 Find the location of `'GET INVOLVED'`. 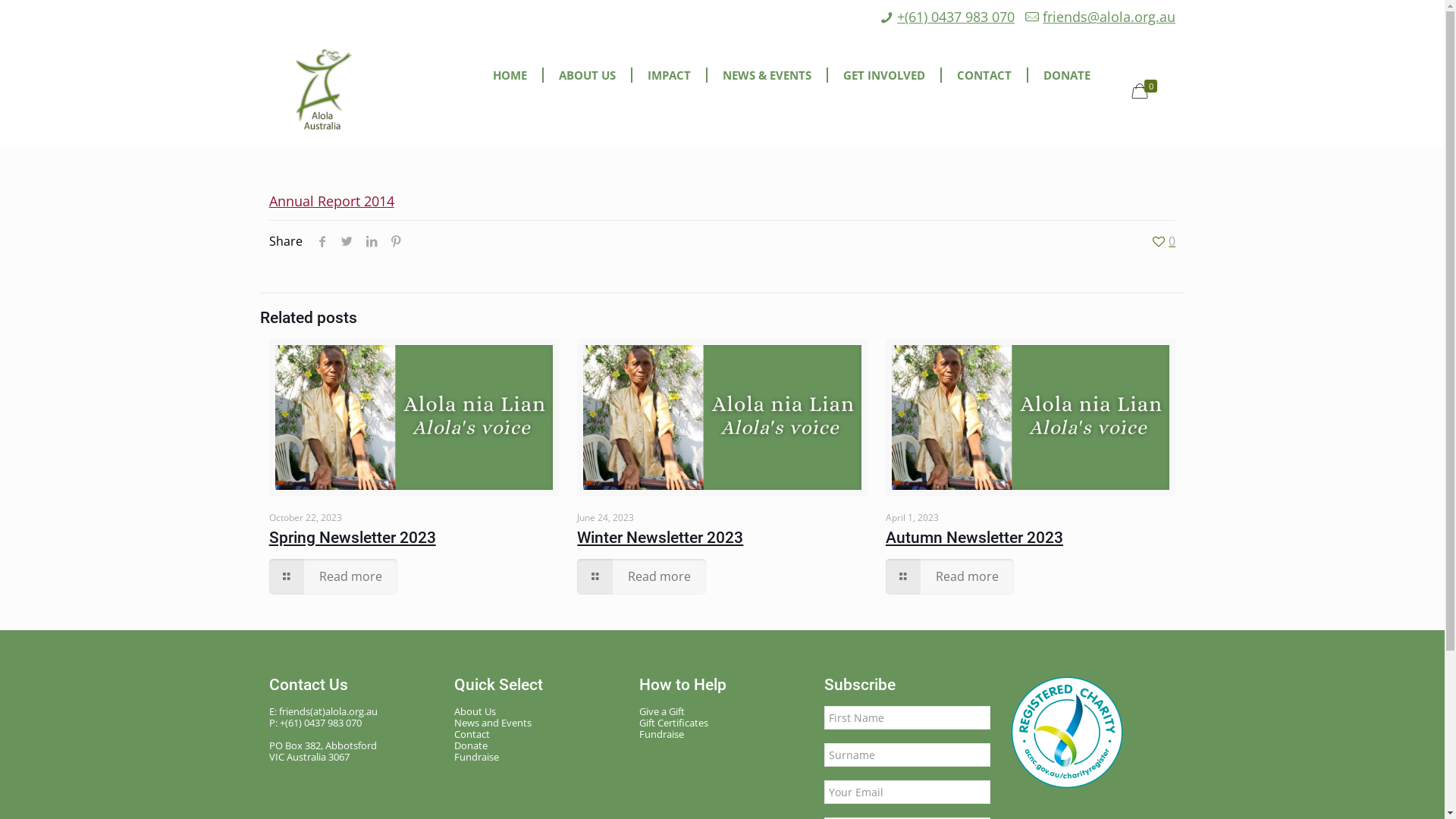

'GET INVOLVED' is located at coordinates (884, 75).